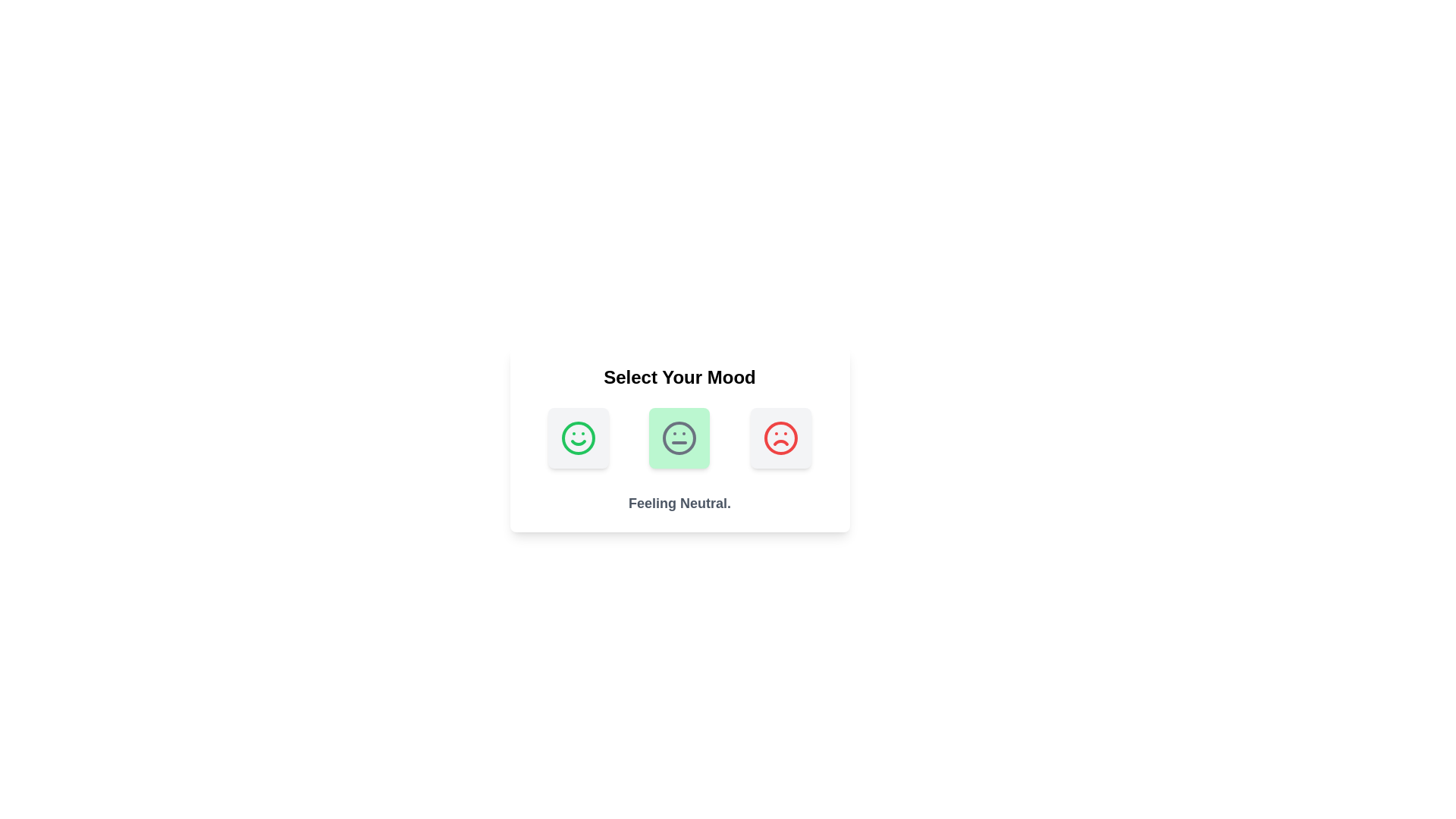  I want to click on the text header that displays 'Select Your Mood', which is bold and large, centrally aligned above the mood selection icons, so click(679, 376).